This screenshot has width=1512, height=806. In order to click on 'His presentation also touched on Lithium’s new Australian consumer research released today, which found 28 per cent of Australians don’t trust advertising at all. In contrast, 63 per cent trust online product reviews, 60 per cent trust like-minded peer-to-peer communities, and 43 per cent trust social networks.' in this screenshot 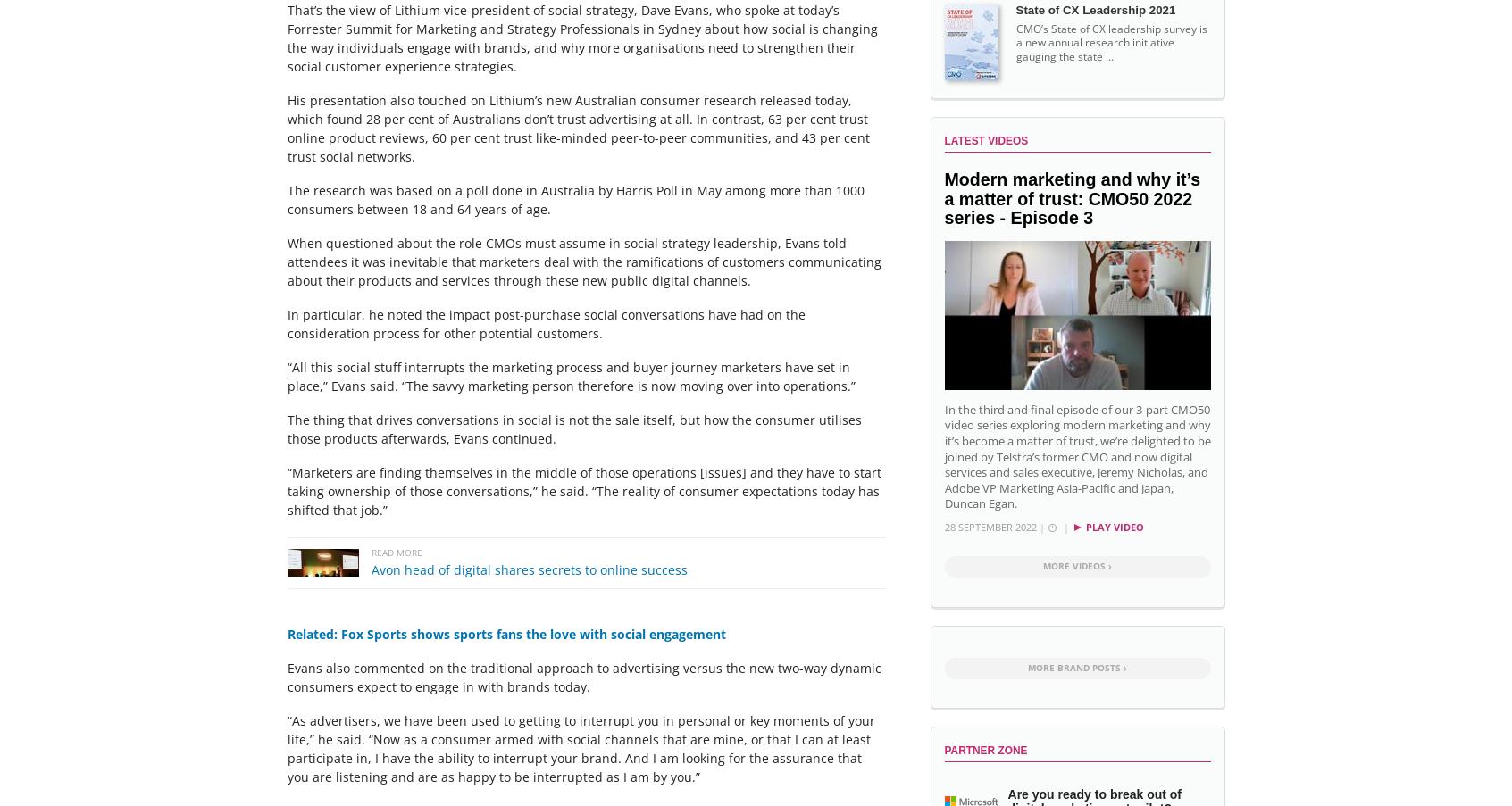, I will do `click(578, 127)`.